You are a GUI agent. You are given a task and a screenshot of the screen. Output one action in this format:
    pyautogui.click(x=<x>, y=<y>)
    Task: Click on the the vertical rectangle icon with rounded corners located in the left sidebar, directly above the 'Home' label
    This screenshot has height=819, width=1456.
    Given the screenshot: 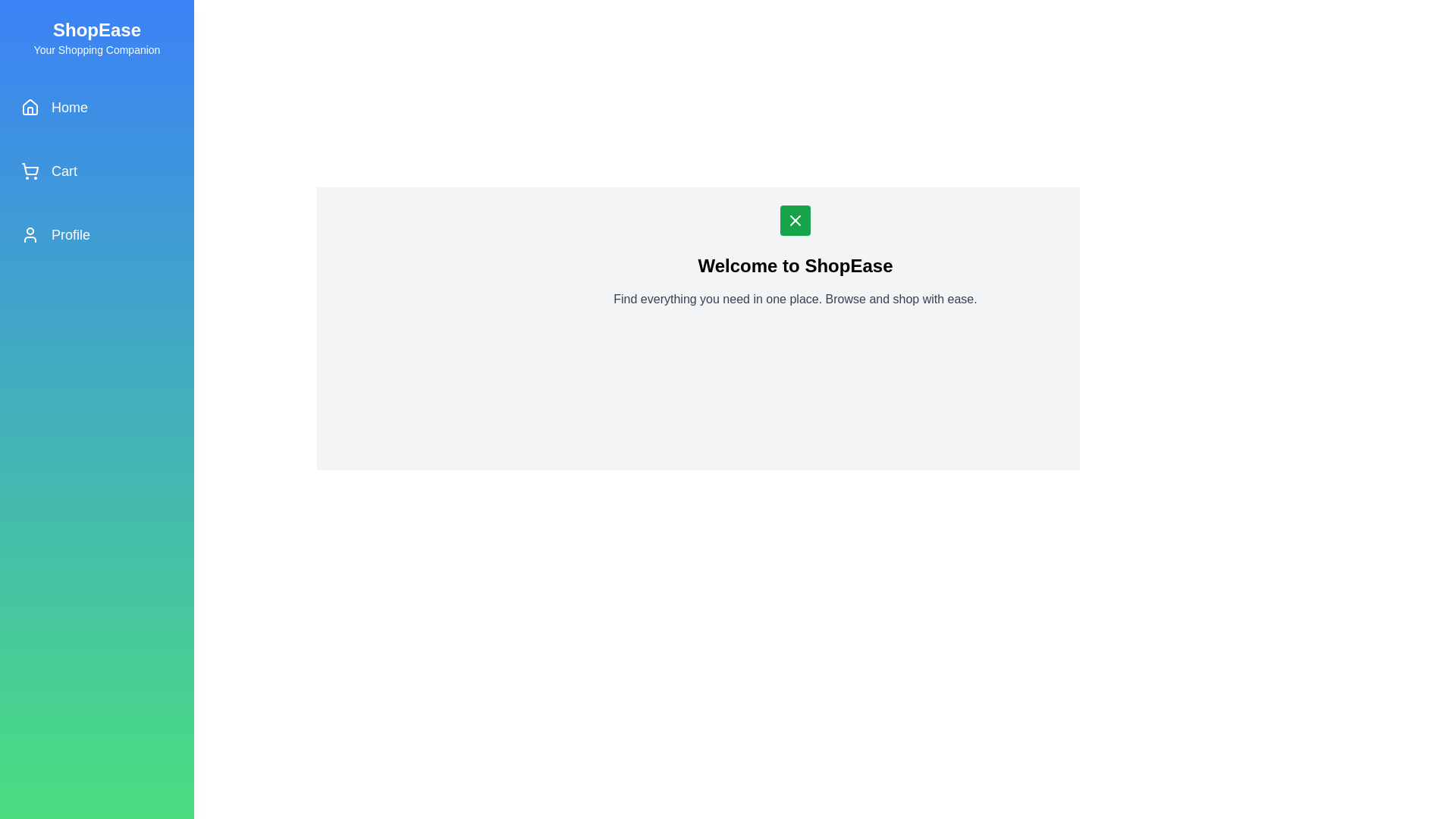 What is the action you would take?
    pyautogui.click(x=30, y=110)
    